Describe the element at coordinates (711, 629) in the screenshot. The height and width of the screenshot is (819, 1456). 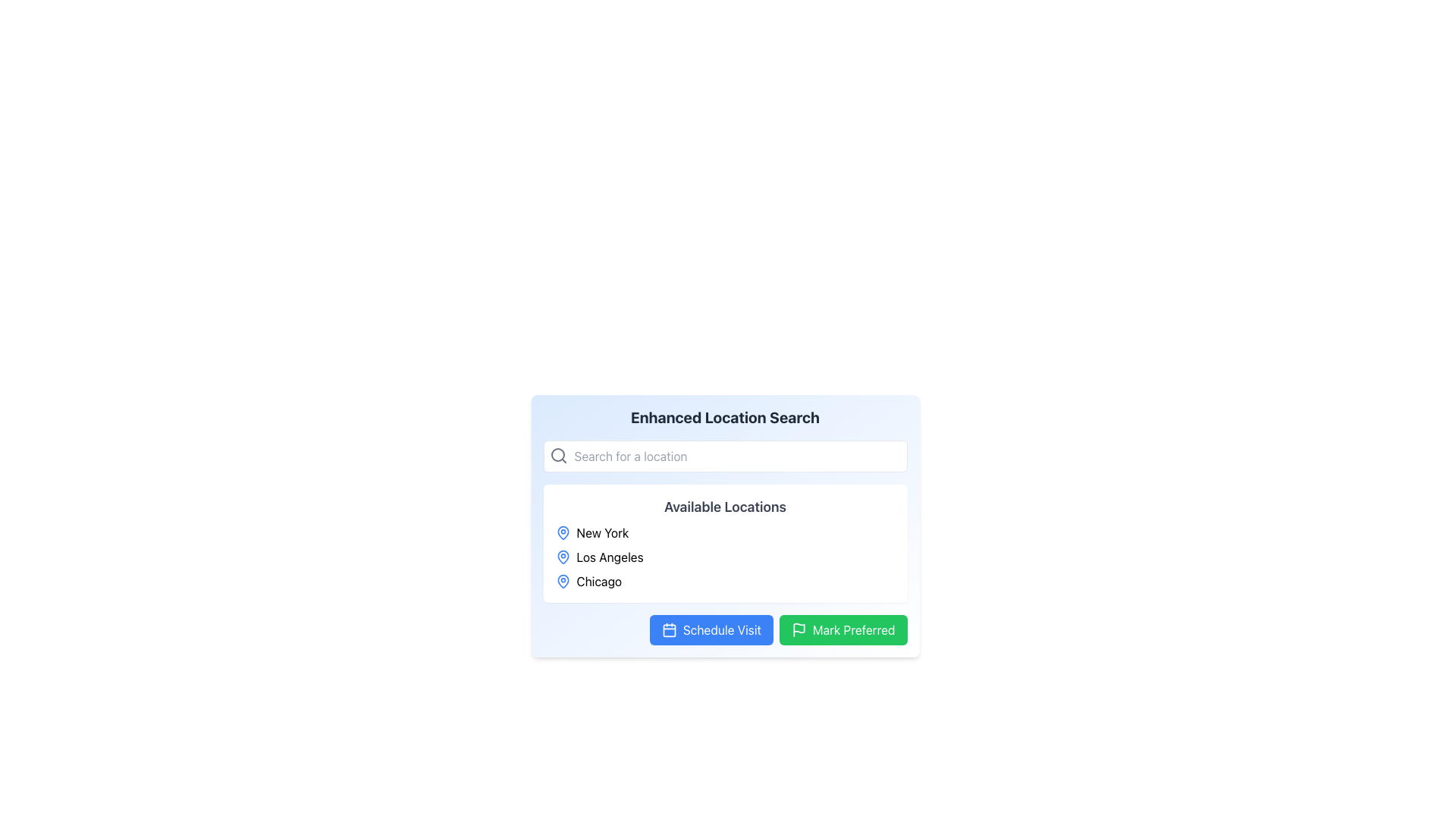
I see `the blue rectangular button labeled 'Schedule Visit' with a white calendar icon to observe the hover effects` at that location.